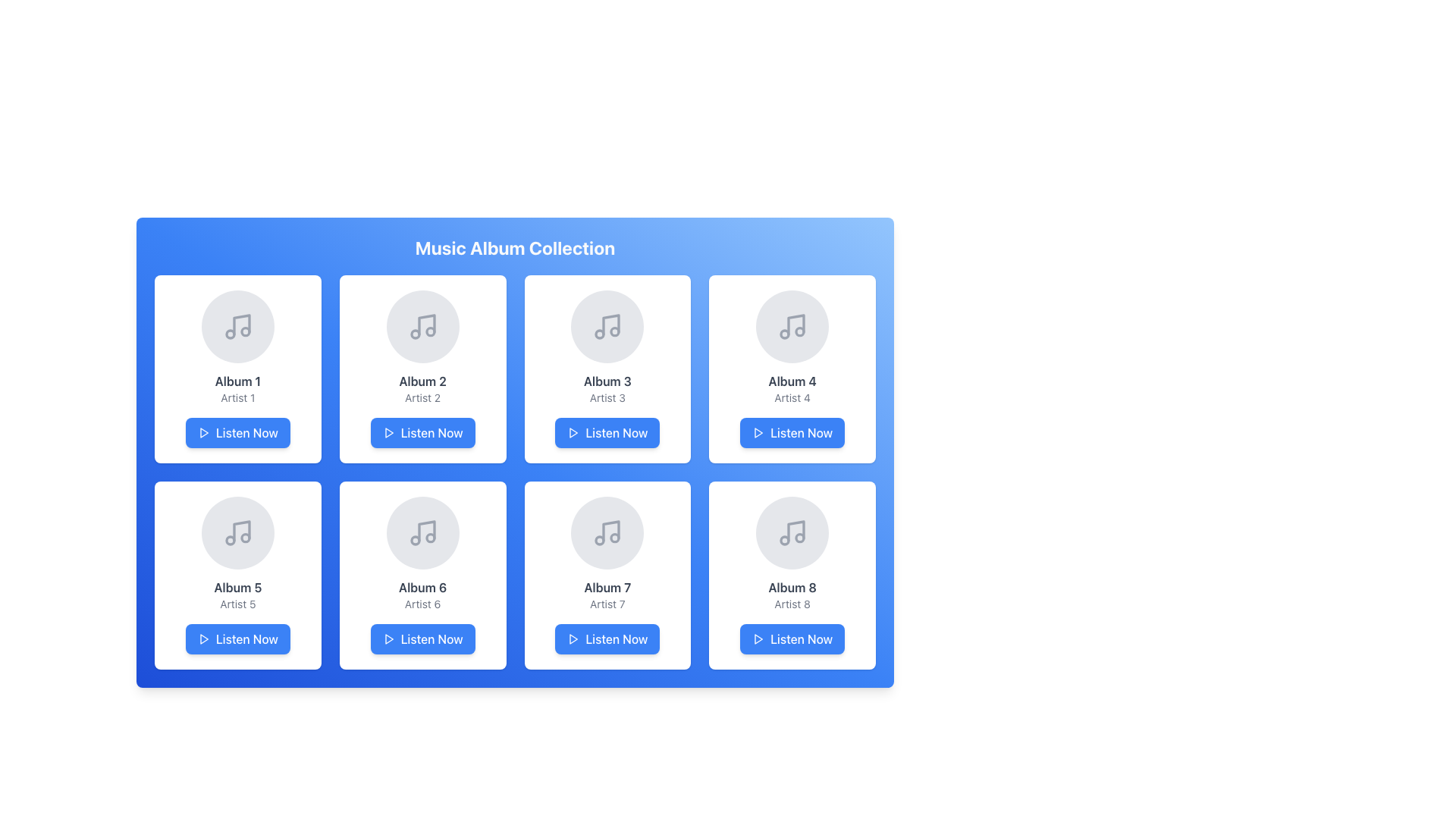 The width and height of the screenshot is (1456, 819). I want to click on the album tile representing 'Album 7' by 'Artist 7', so click(607, 576).